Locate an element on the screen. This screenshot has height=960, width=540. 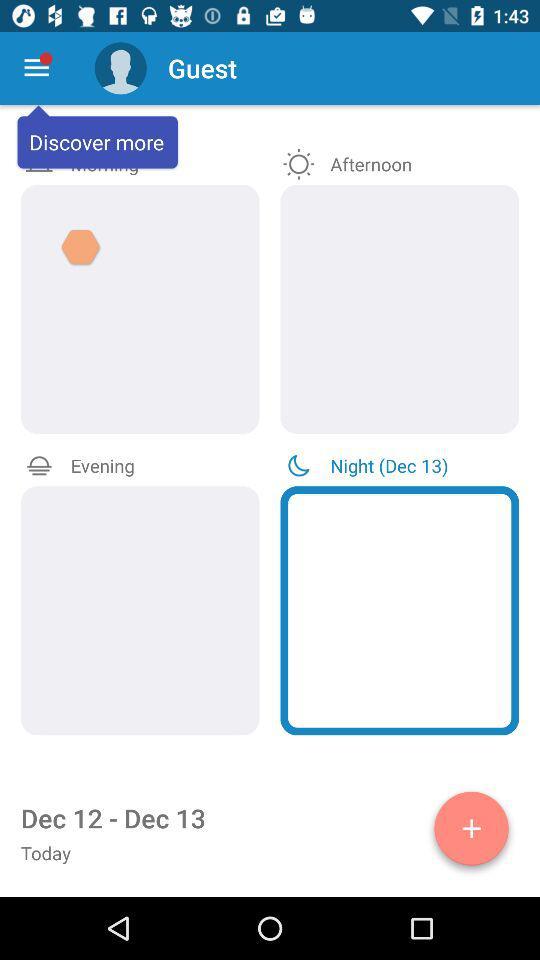
reminder is located at coordinates (471, 832).